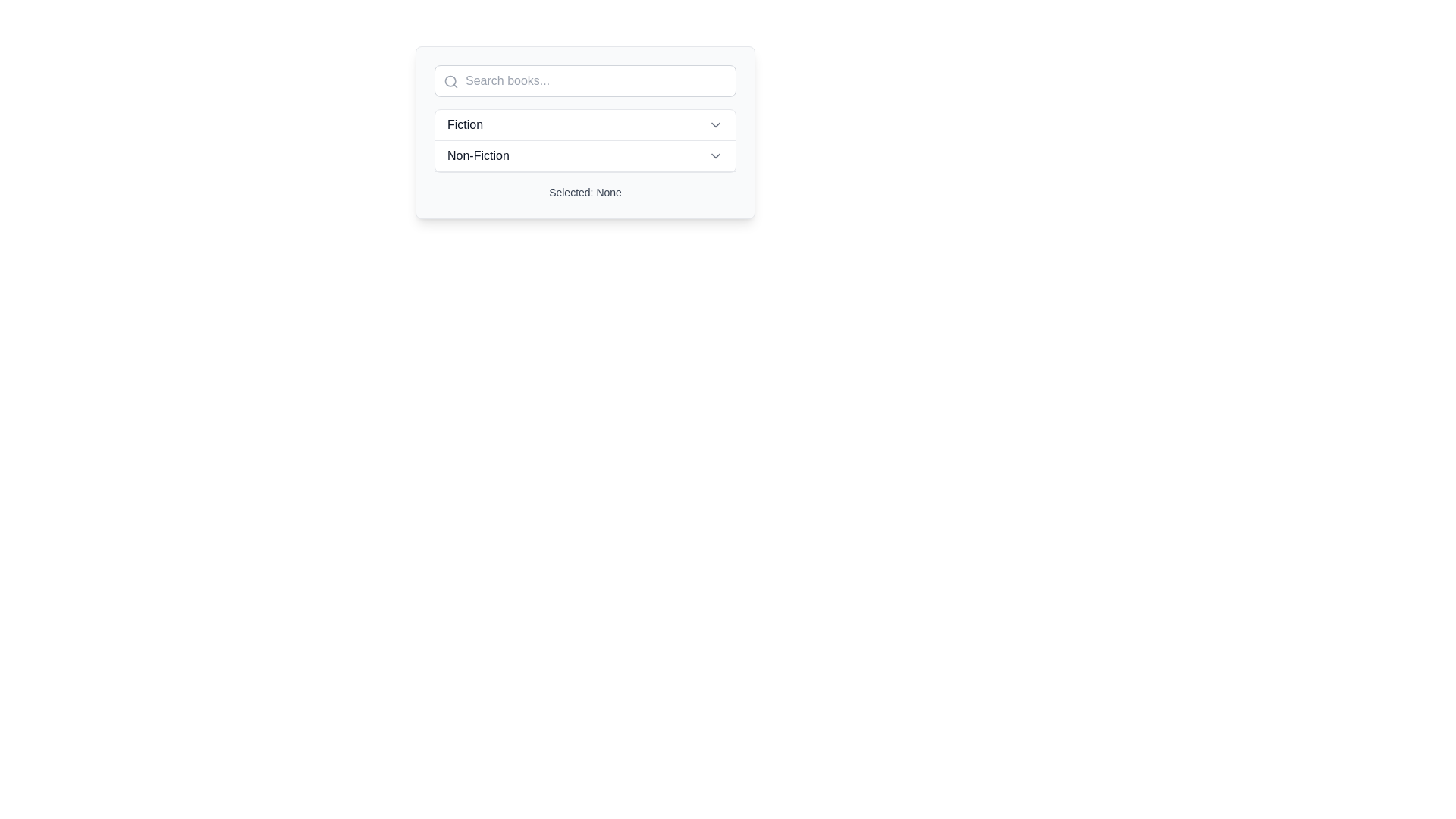 Image resolution: width=1456 pixels, height=819 pixels. Describe the element at coordinates (585, 124) in the screenshot. I see `the 'Fiction' dropdown option` at that location.